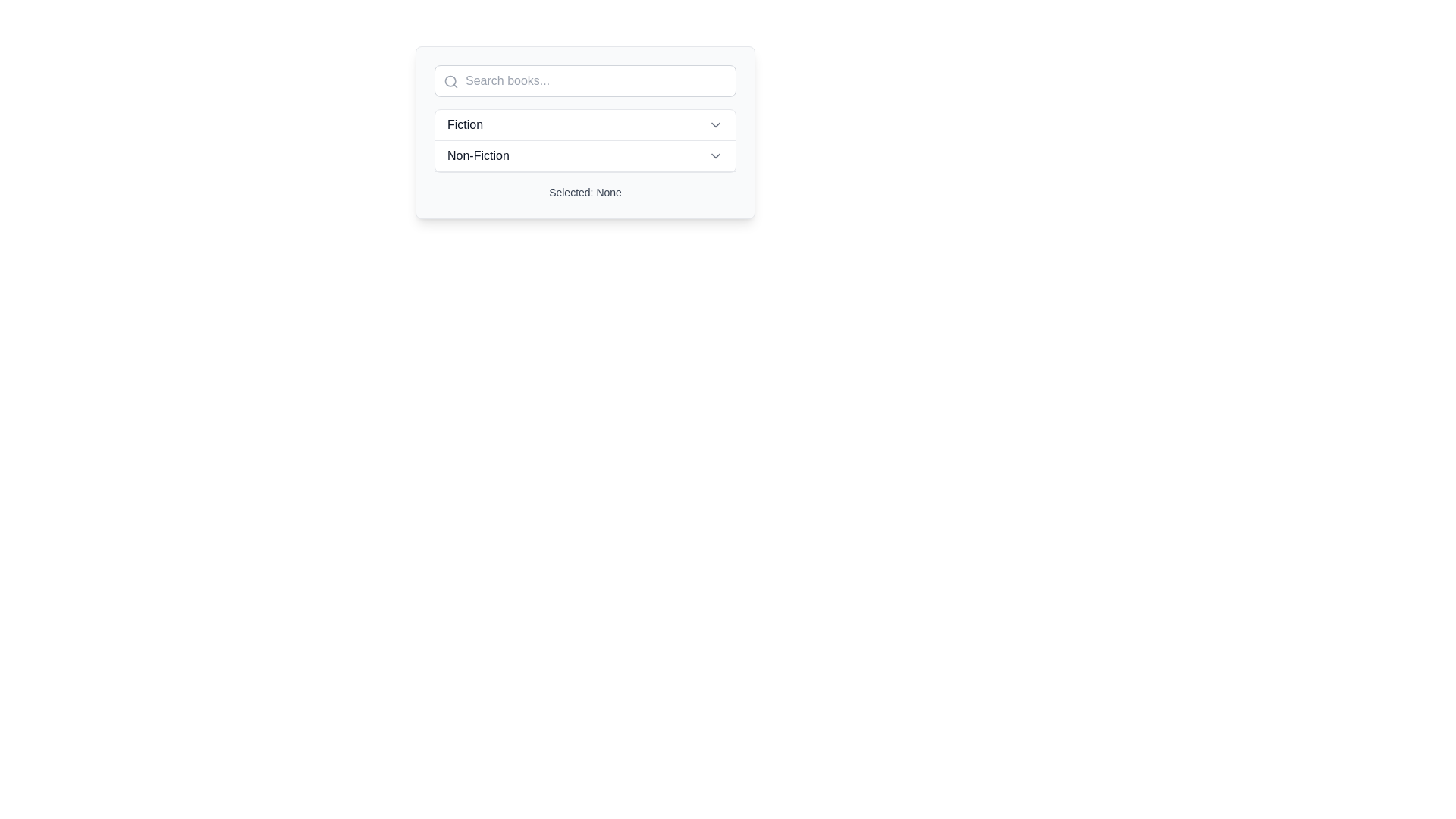 Image resolution: width=1456 pixels, height=819 pixels. Describe the element at coordinates (585, 124) in the screenshot. I see `the 'Fiction' dropdown option` at that location.